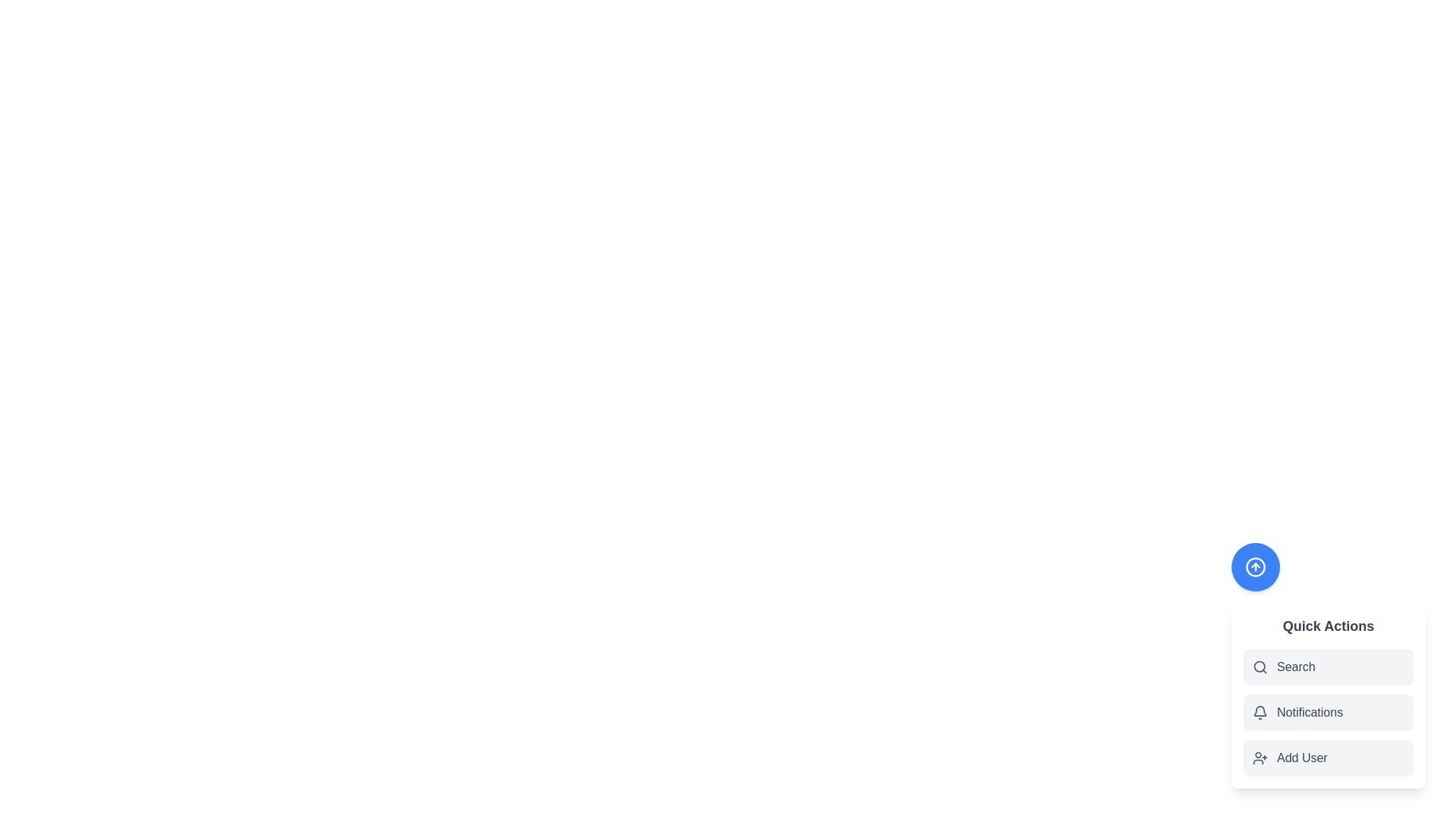  What do you see at coordinates (1256, 567) in the screenshot?
I see `the upward-pointing arrow icon situated in the center of the circular button located in the far bottom-right corner of the interface, next to the 'Quick Actions' panel` at bounding box center [1256, 567].